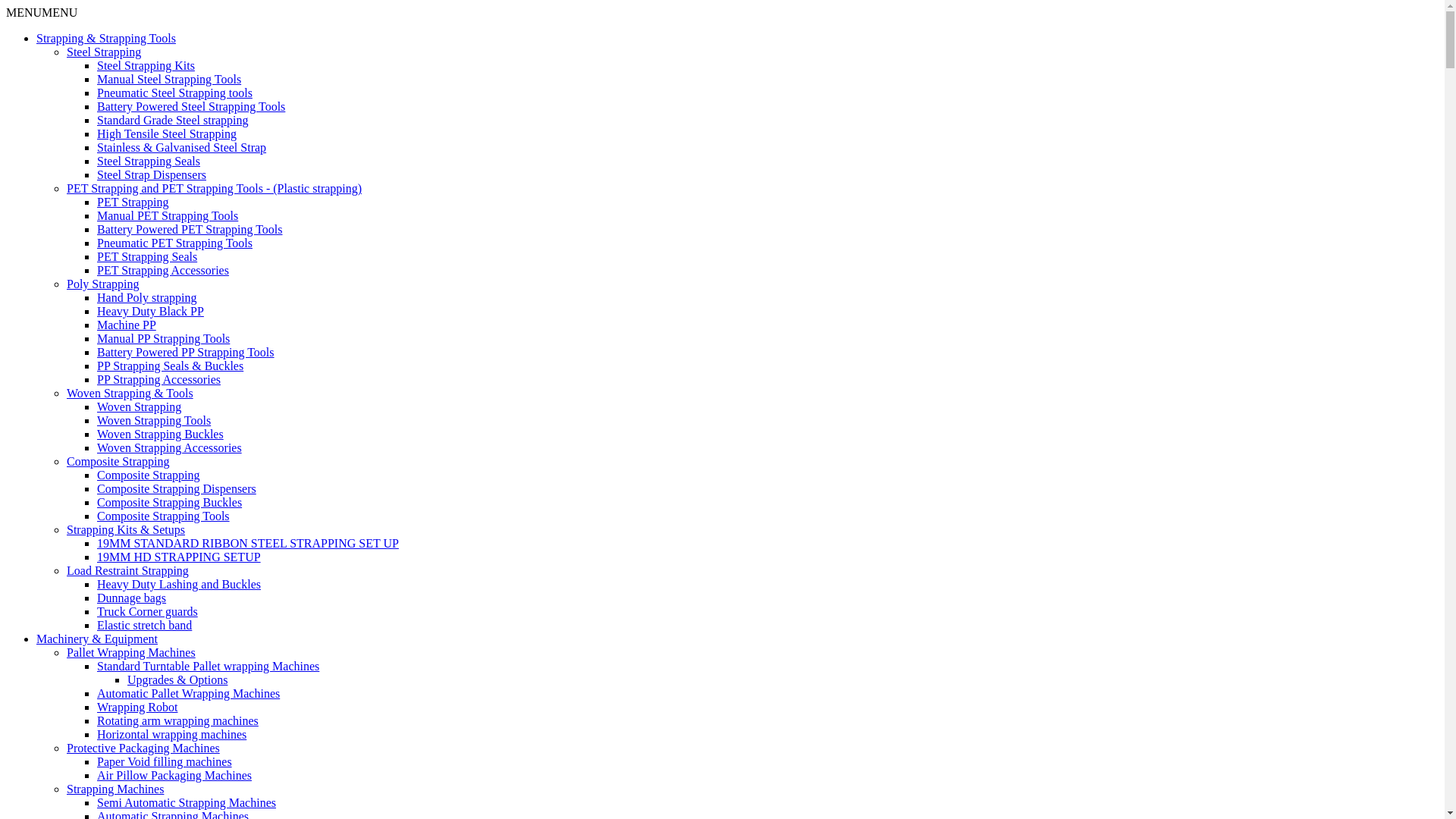 The image size is (1456, 819). I want to click on 'Steel Strapping', so click(103, 51).